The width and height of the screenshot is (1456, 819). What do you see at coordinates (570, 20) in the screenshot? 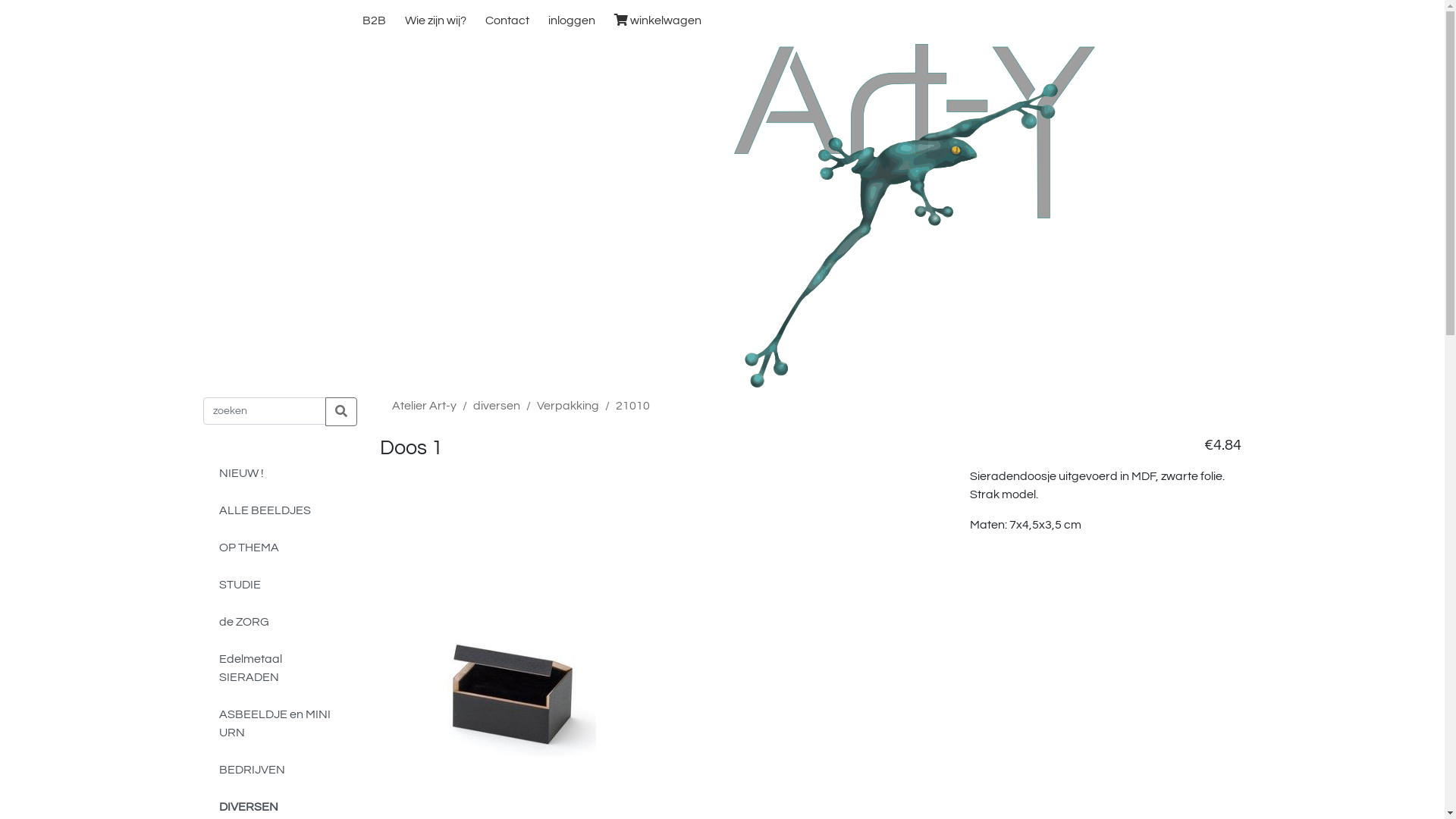
I see `'inloggen'` at bounding box center [570, 20].